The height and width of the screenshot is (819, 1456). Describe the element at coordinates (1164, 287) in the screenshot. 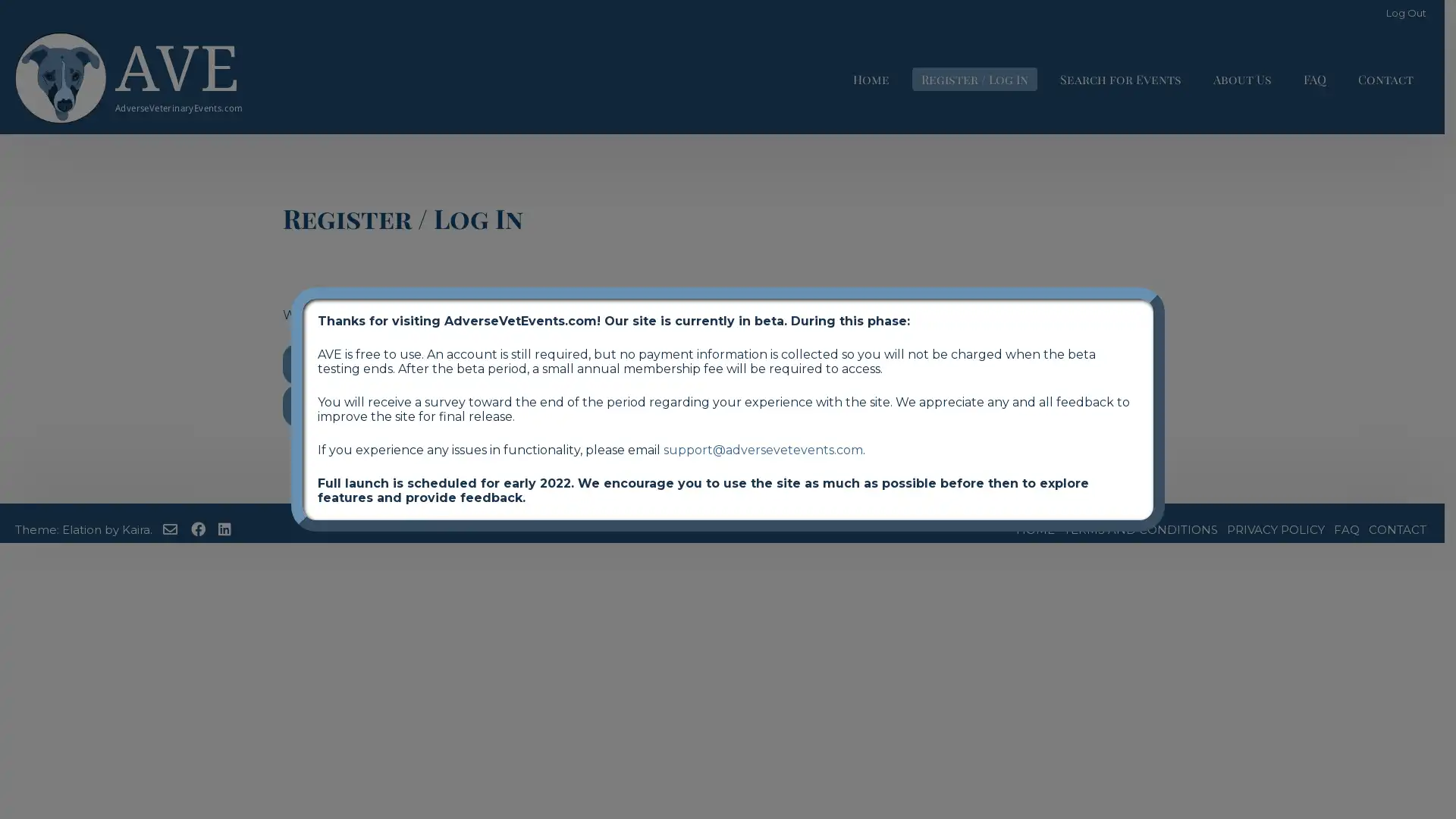

I see `Close` at that location.